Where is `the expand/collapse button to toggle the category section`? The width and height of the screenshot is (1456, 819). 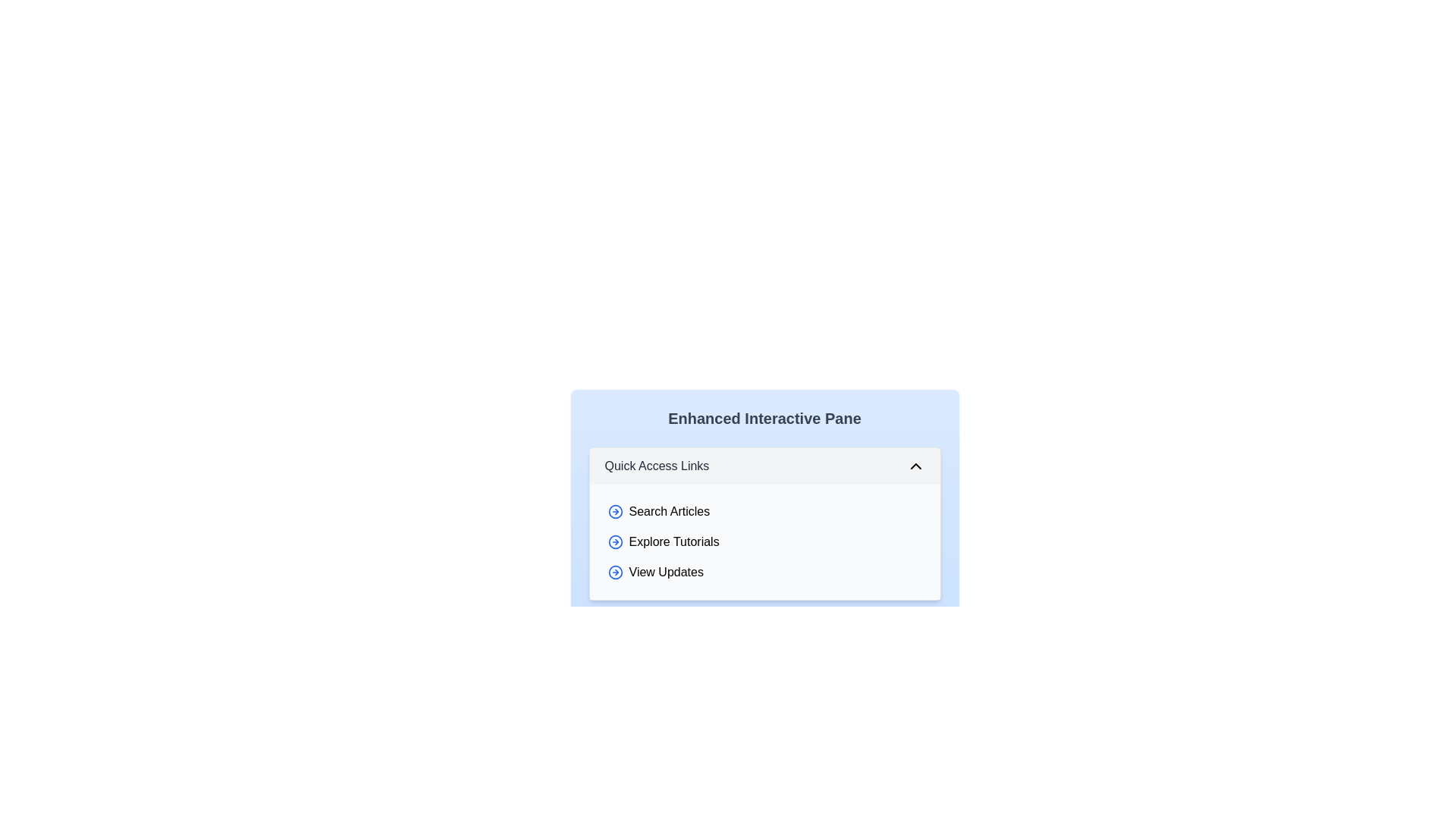
the expand/collapse button to toggle the category section is located at coordinates (915, 465).